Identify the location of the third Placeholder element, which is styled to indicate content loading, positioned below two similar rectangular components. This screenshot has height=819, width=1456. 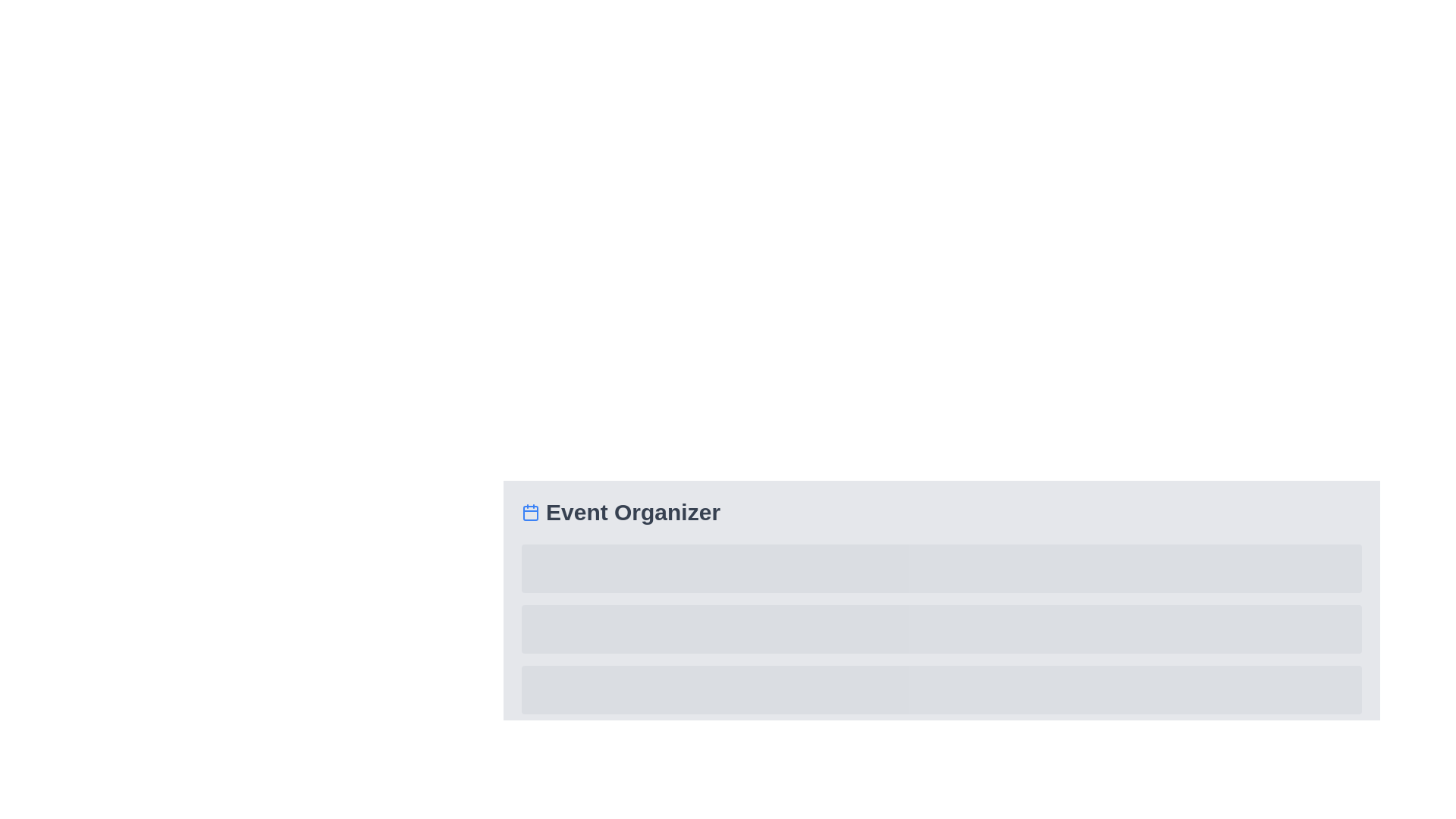
(941, 690).